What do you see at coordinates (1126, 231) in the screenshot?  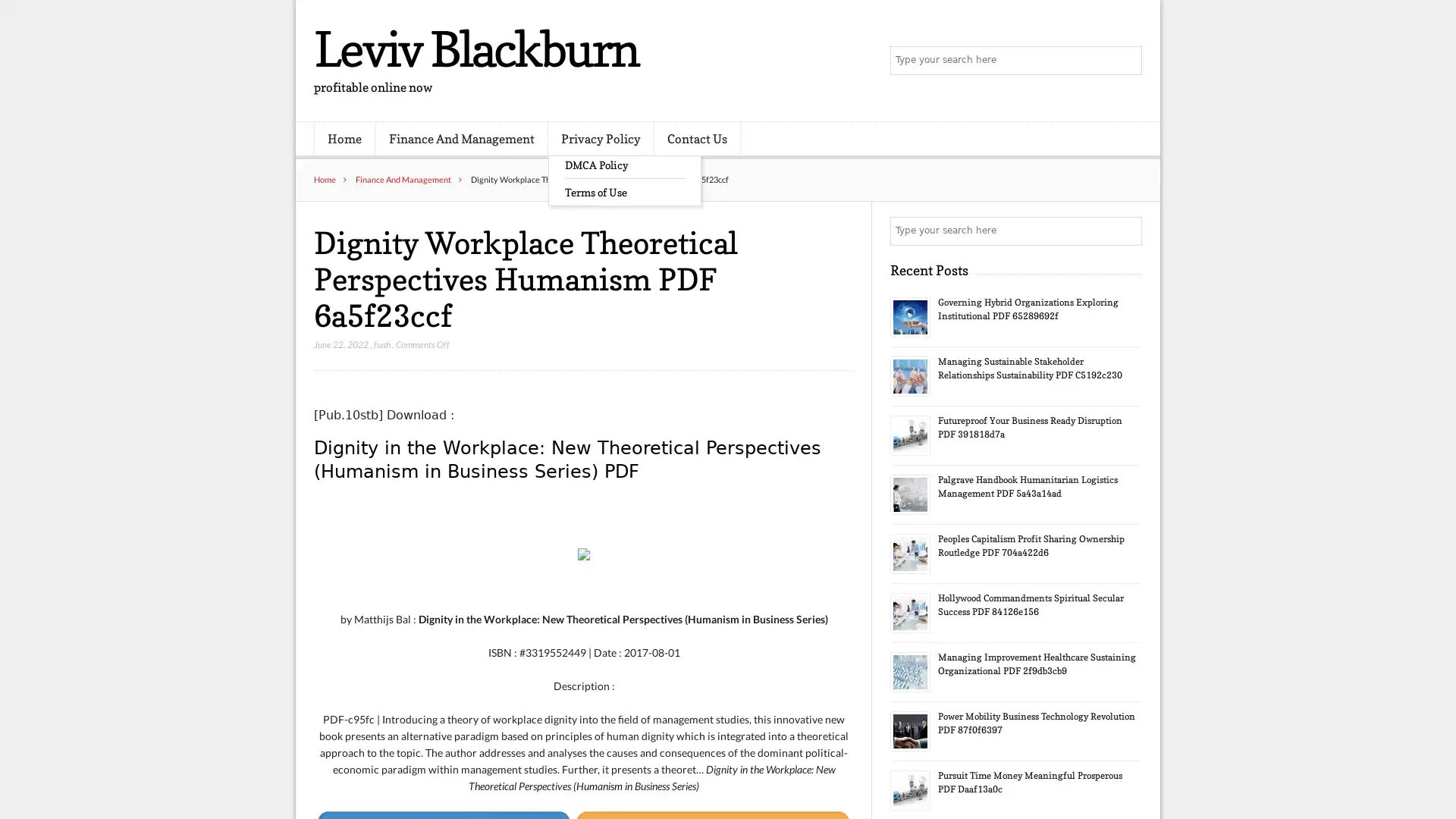 I see `Search` at bounding box center [1126, 231].